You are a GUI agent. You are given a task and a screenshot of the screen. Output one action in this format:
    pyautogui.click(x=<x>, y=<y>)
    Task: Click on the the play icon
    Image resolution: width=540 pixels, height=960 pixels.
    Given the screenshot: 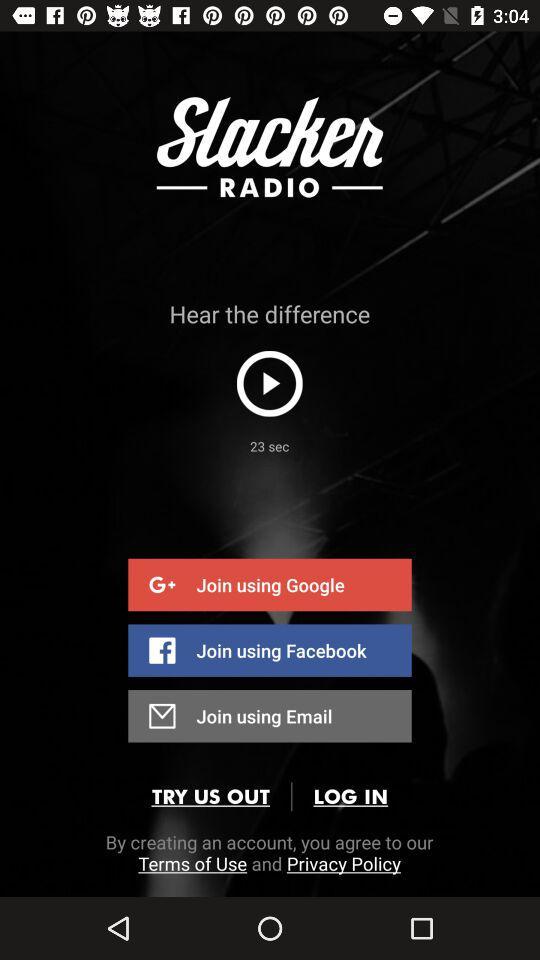 What is the action you would take?
    pyautogui.click(x=269, y=382)
    